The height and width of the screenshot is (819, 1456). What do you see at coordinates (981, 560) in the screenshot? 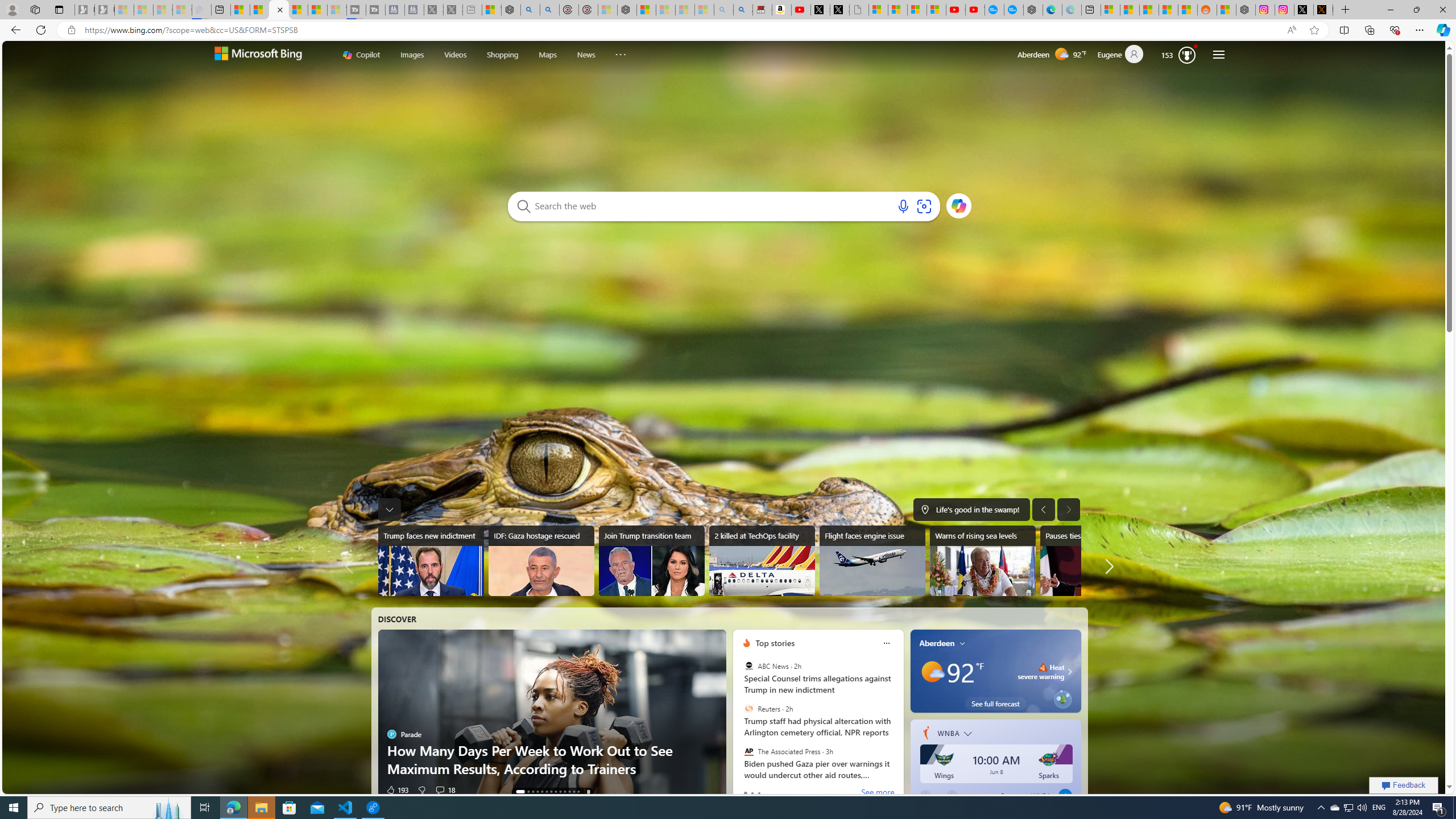
I see `'Warns of rising sea levels'` at bounding box center [981, 560].